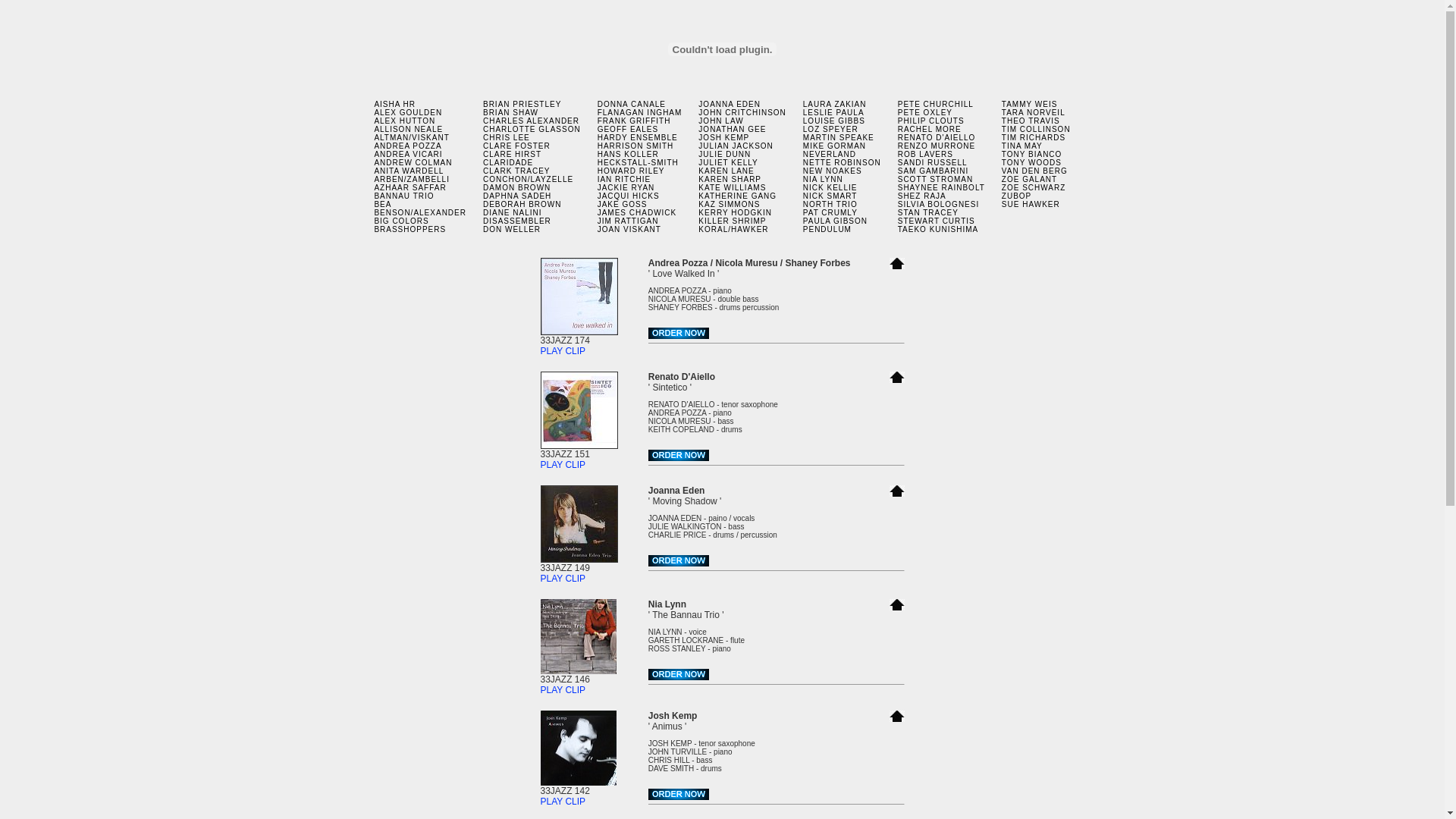 This screenshot has height=819, width=1456. I want to click on 'ALEX HUTTON', so click(404, 120).